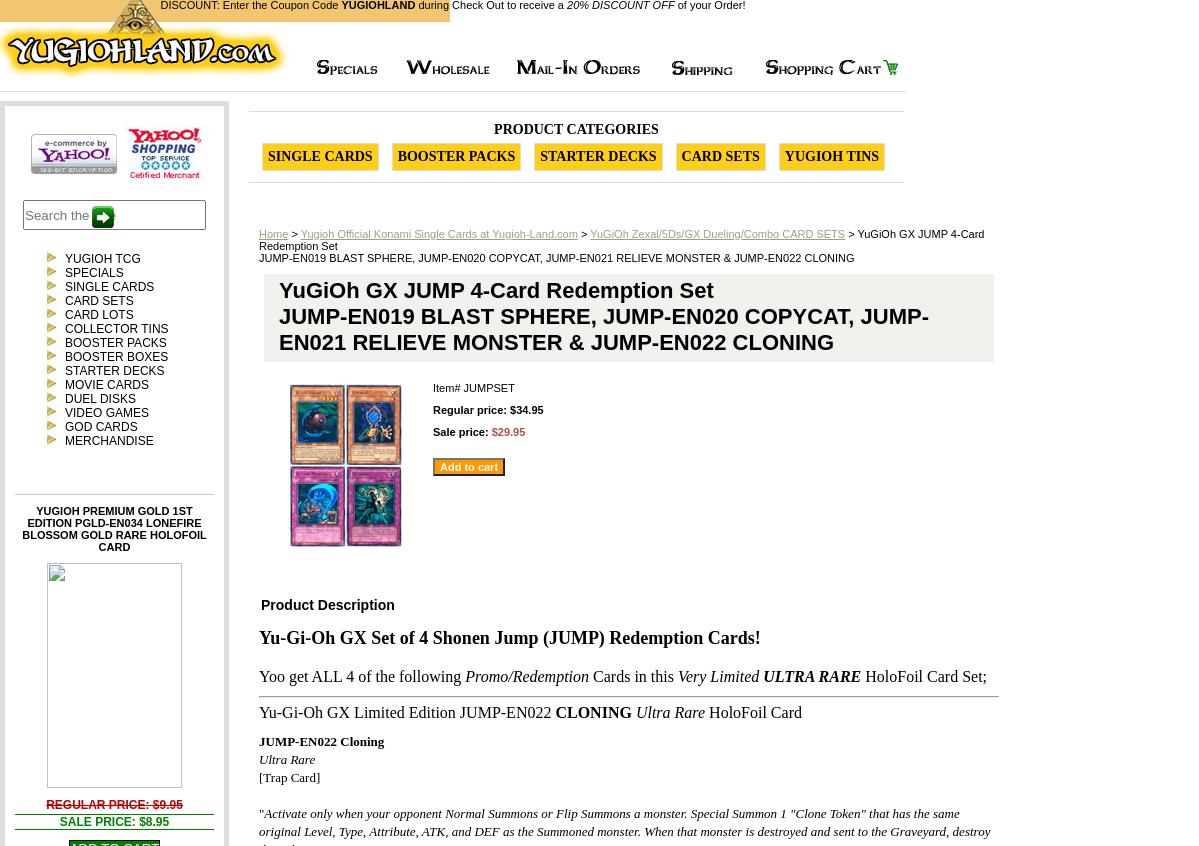 This screenshot has width=1199, height=846. What do you see at coordinates (115, 341) in the screenshot?
I see `'BOOSTER PACKS'` at bounding box center [115, 341].